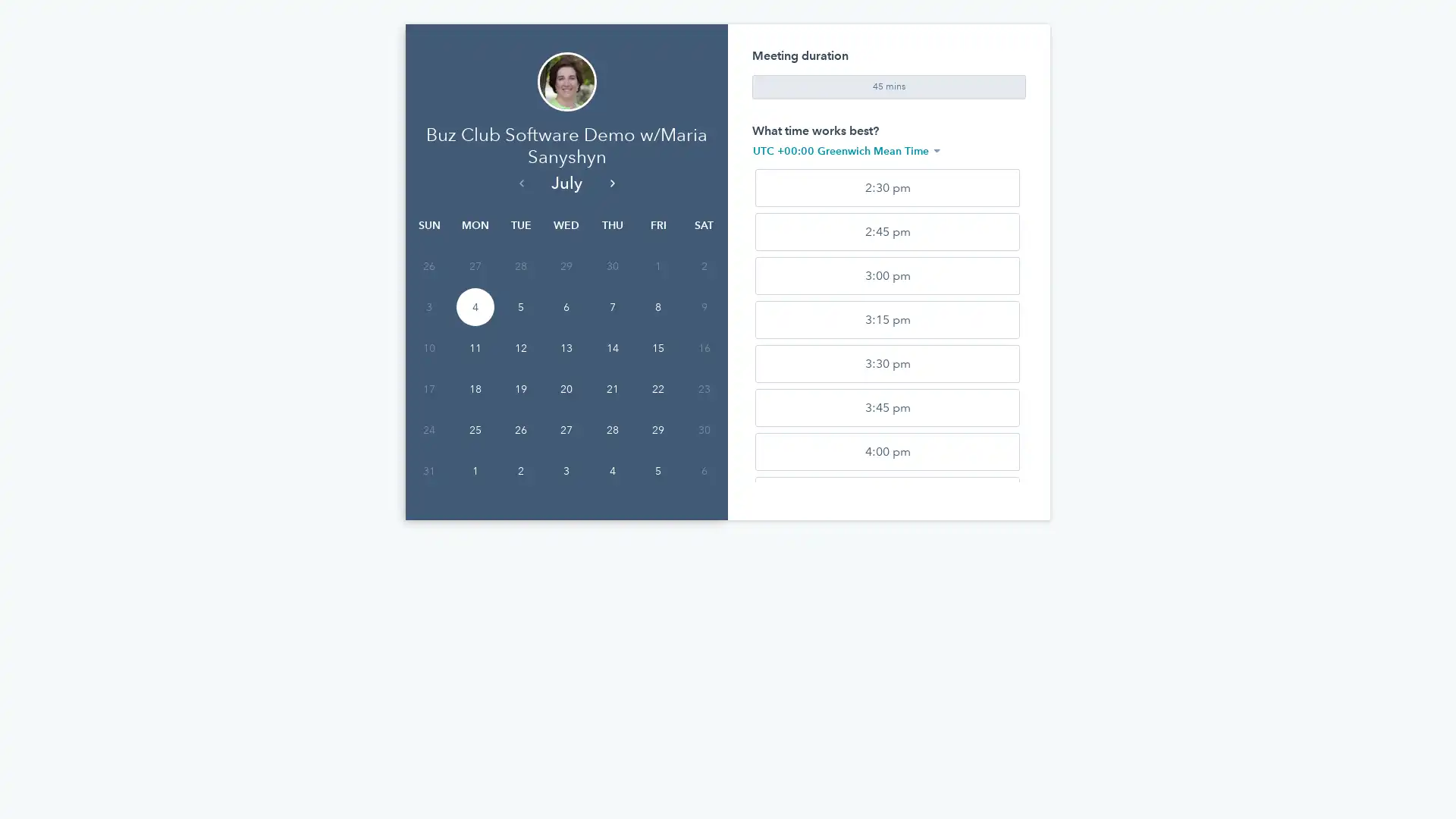  I want to click on July 20th, so click(566, 446).